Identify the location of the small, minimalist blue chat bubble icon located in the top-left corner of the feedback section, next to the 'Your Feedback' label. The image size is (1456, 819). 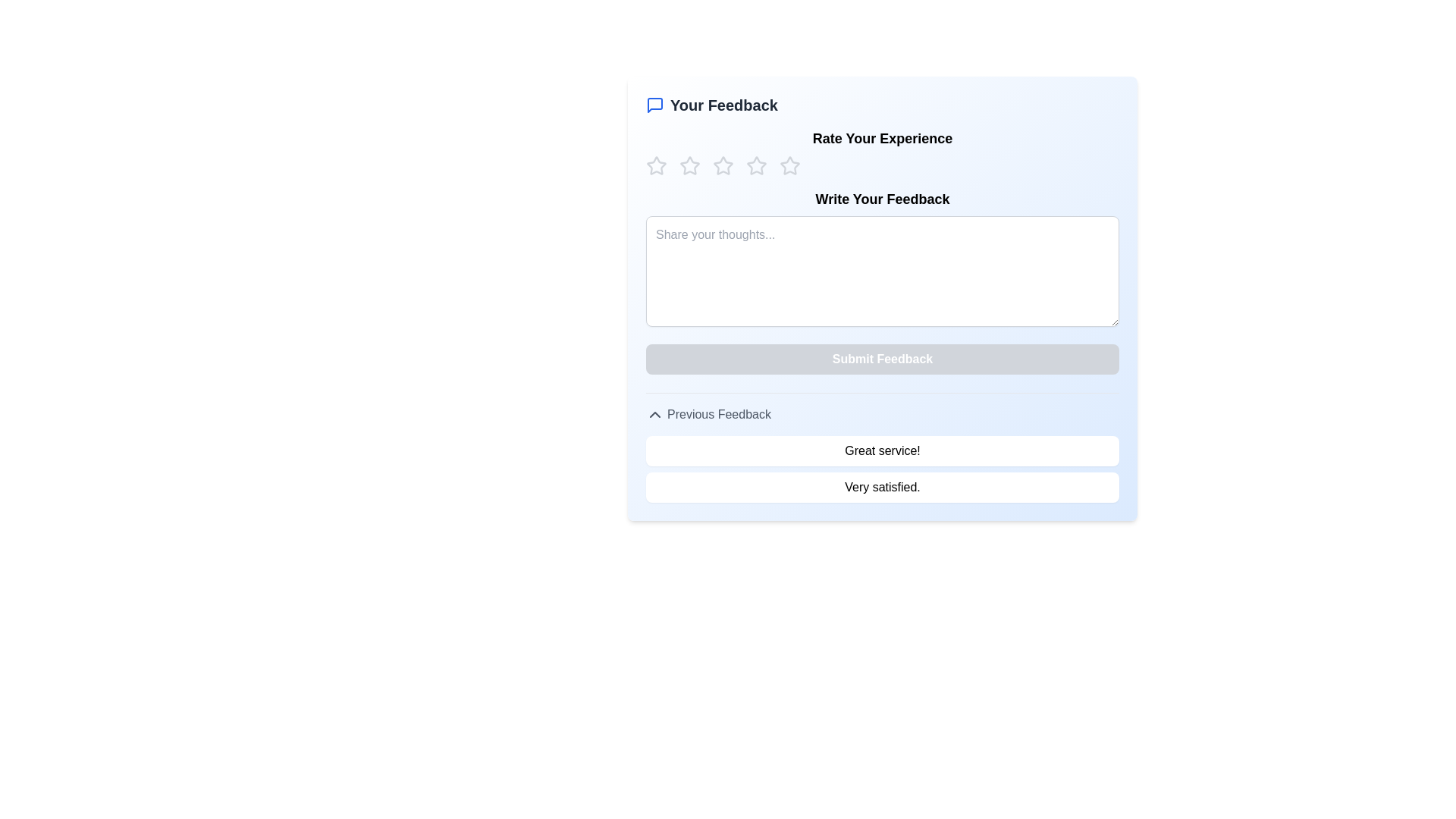
(655, 104).